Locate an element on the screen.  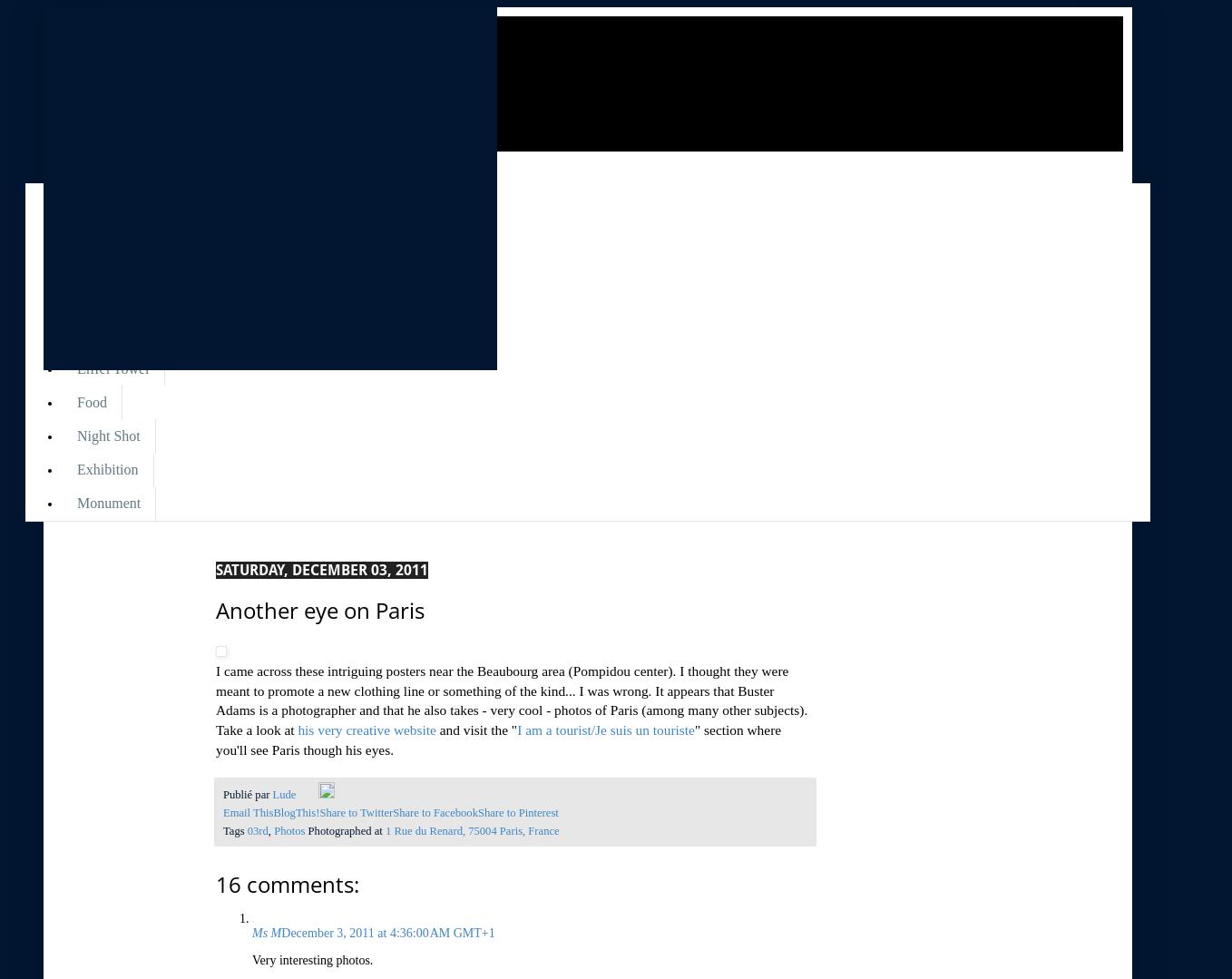
'03rd' is located at coordinates (247, 830).